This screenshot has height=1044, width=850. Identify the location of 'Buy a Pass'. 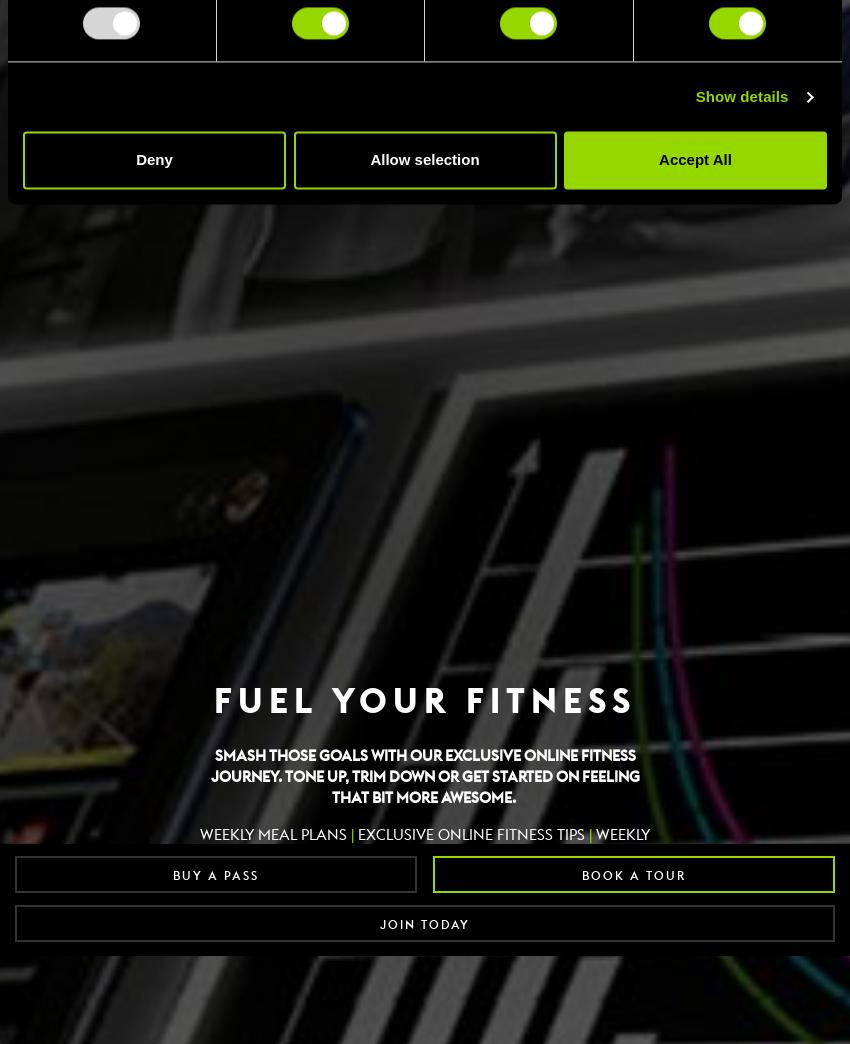
(215, 875).